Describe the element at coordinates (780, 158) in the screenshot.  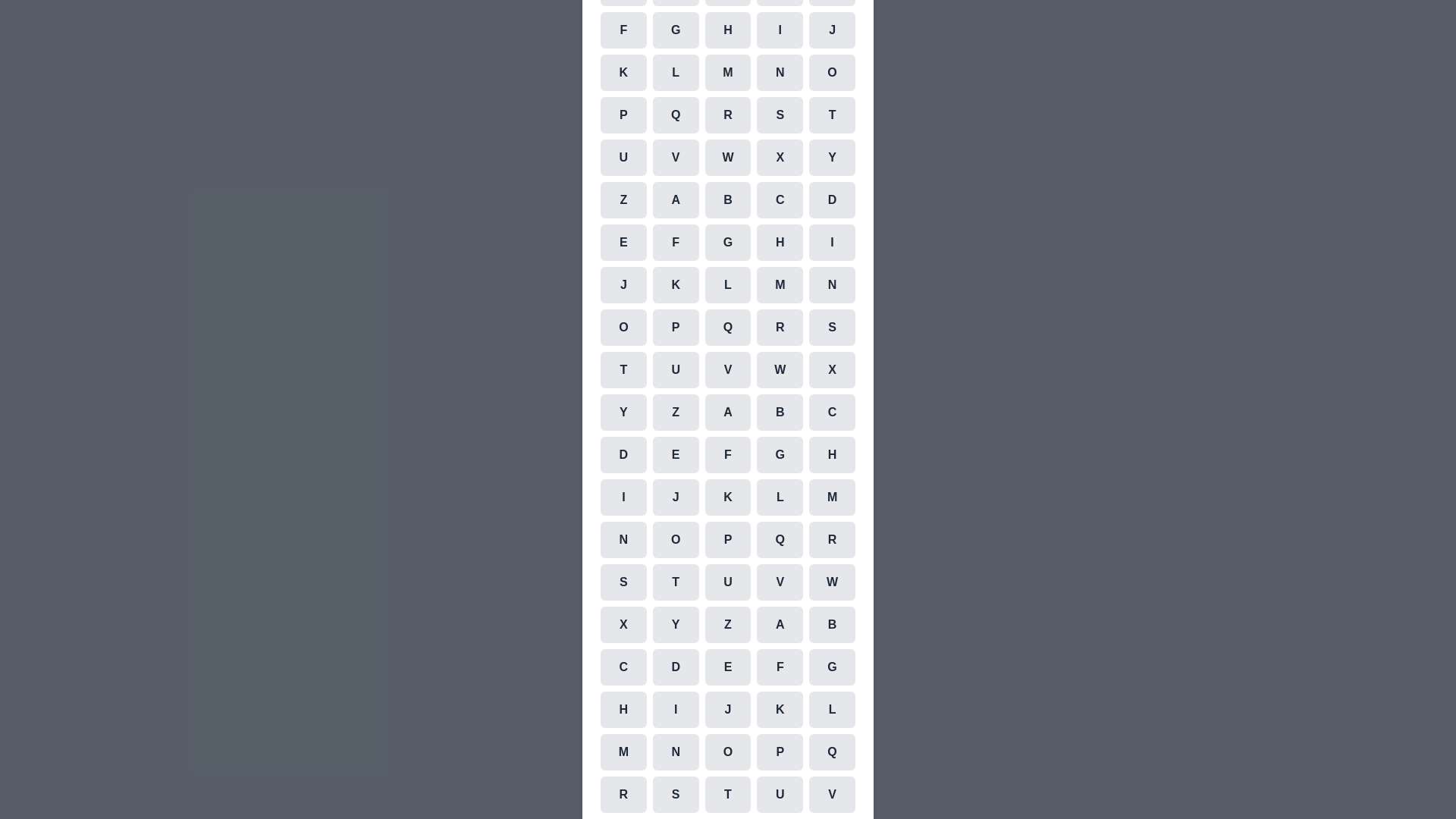
I see `the cell representing the character X` at that location.